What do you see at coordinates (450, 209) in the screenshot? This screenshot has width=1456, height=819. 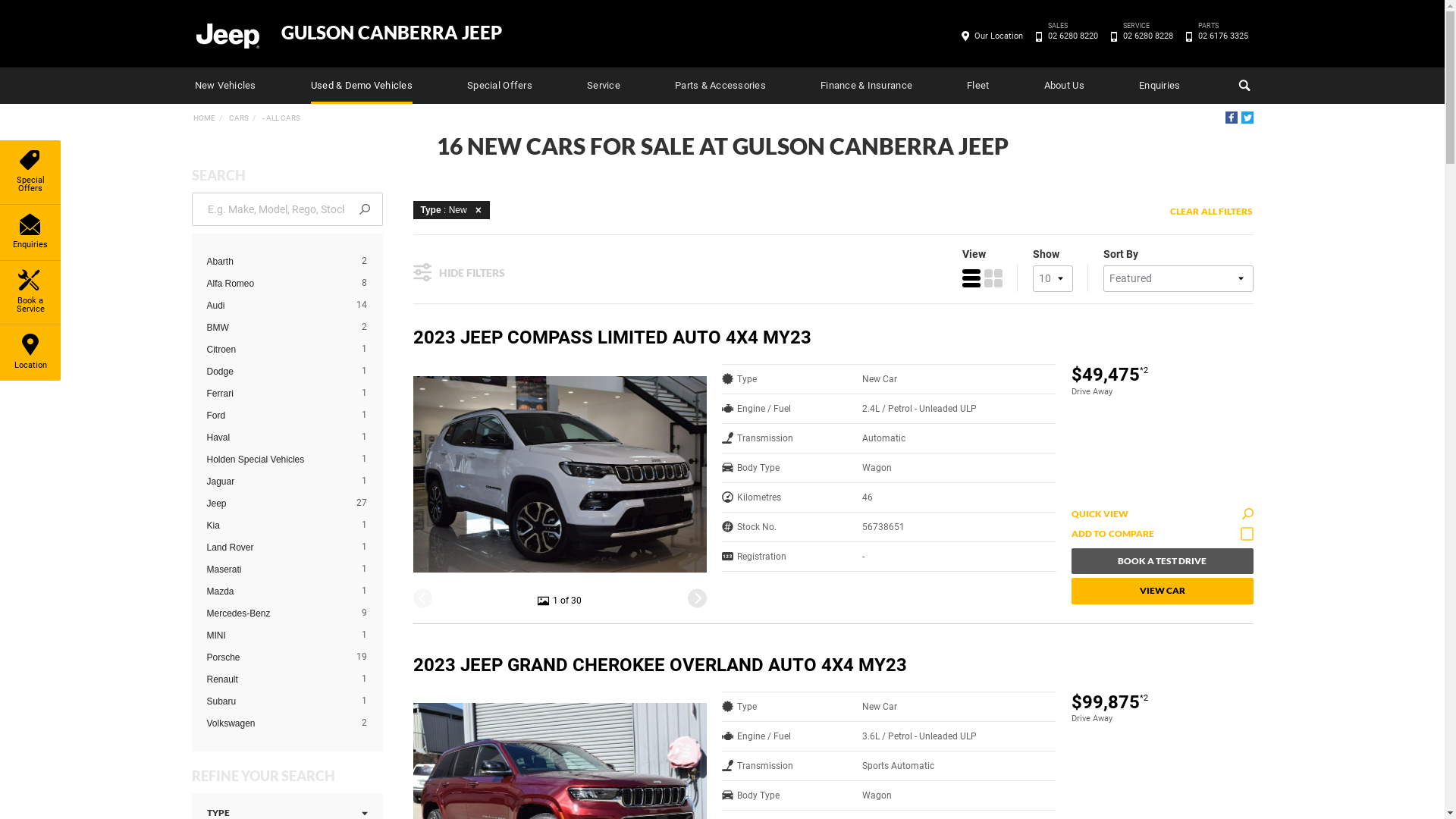 I see `'Type : New'` at bounding box center [450, 209].